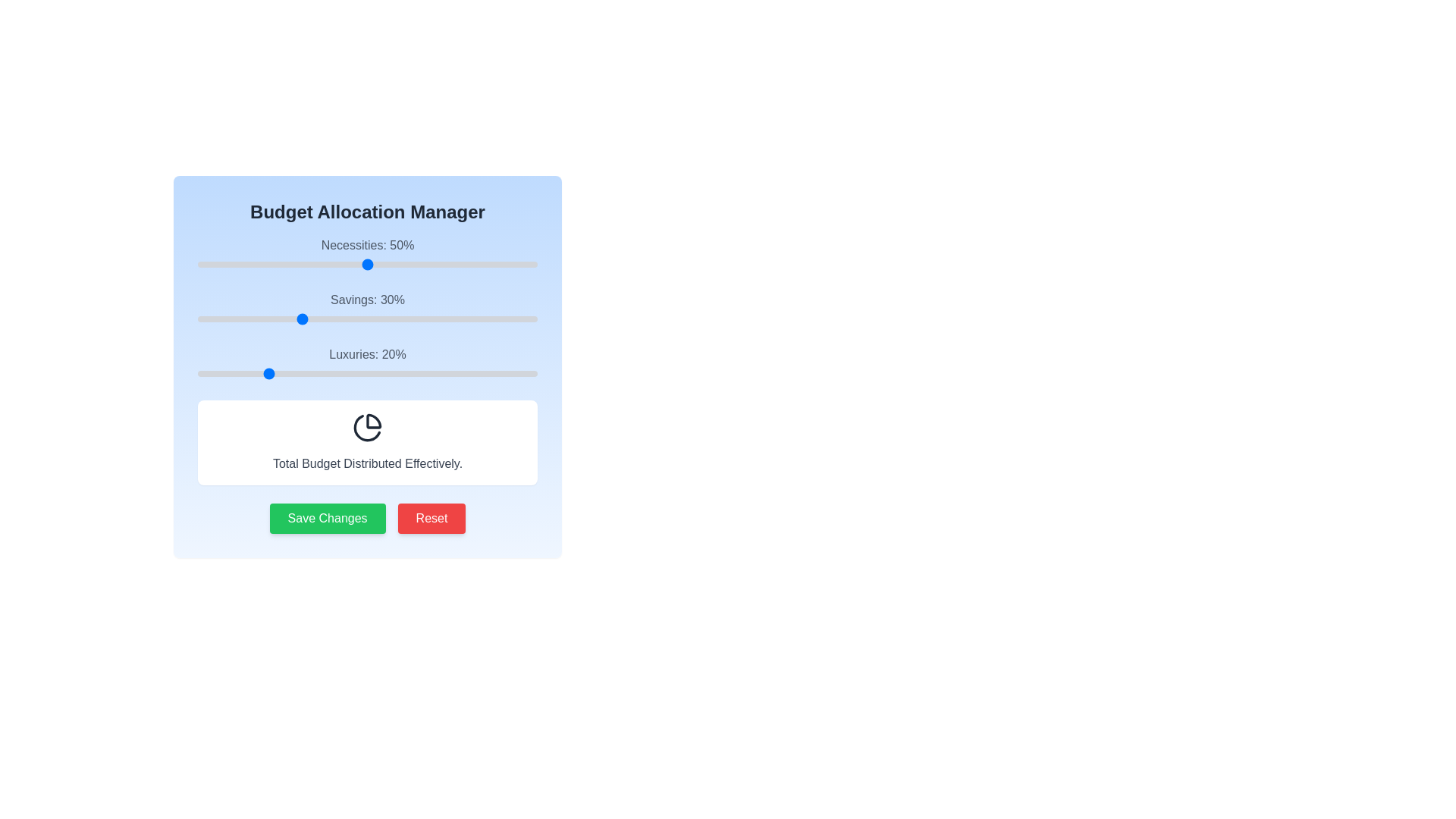 The image size is (1456, 819). I want to click on the 'necessities' slider, so click(419, 263).